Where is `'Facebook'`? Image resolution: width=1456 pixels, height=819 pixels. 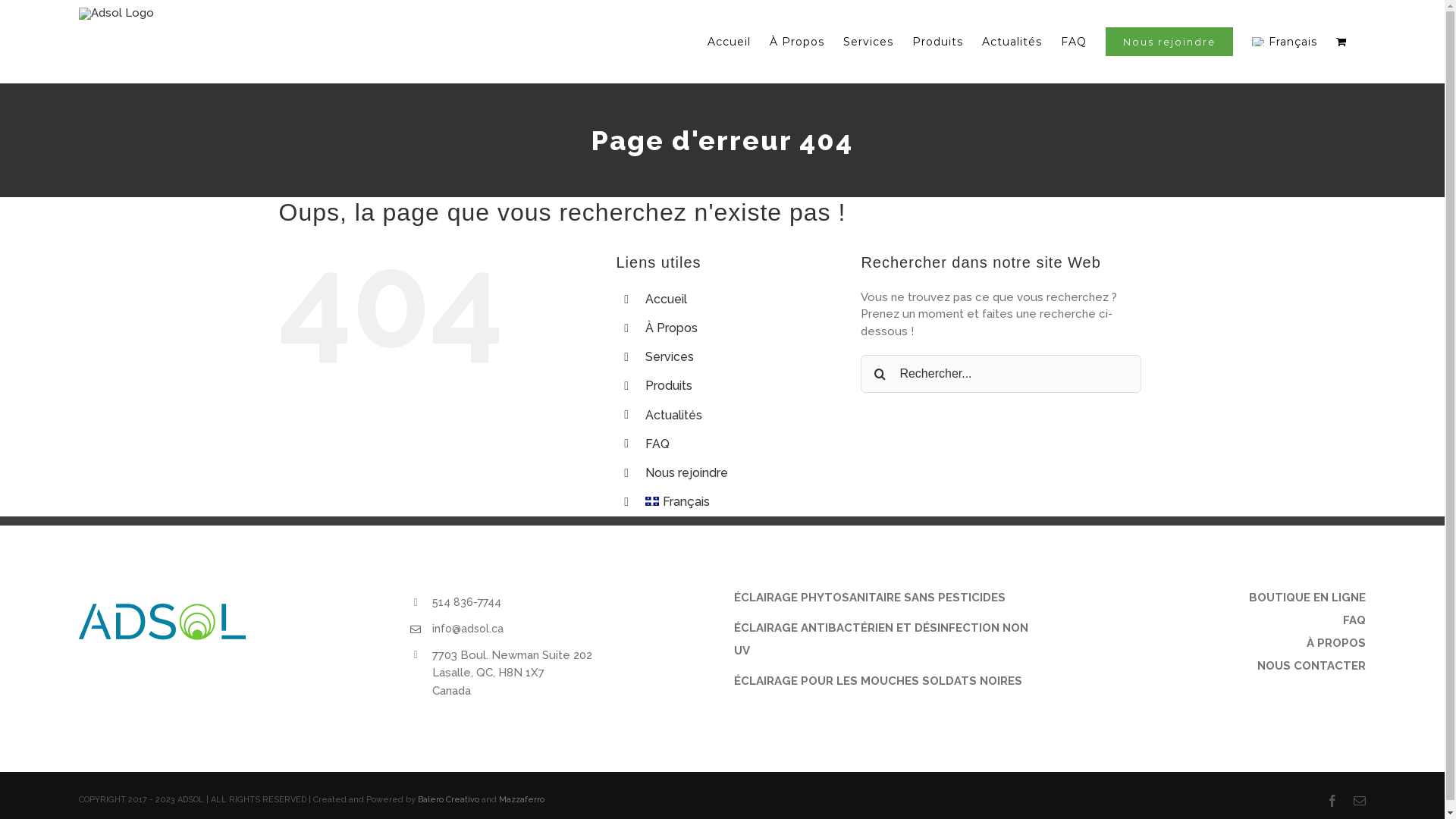 'Facebook' is located at coordinates (1331, 800).